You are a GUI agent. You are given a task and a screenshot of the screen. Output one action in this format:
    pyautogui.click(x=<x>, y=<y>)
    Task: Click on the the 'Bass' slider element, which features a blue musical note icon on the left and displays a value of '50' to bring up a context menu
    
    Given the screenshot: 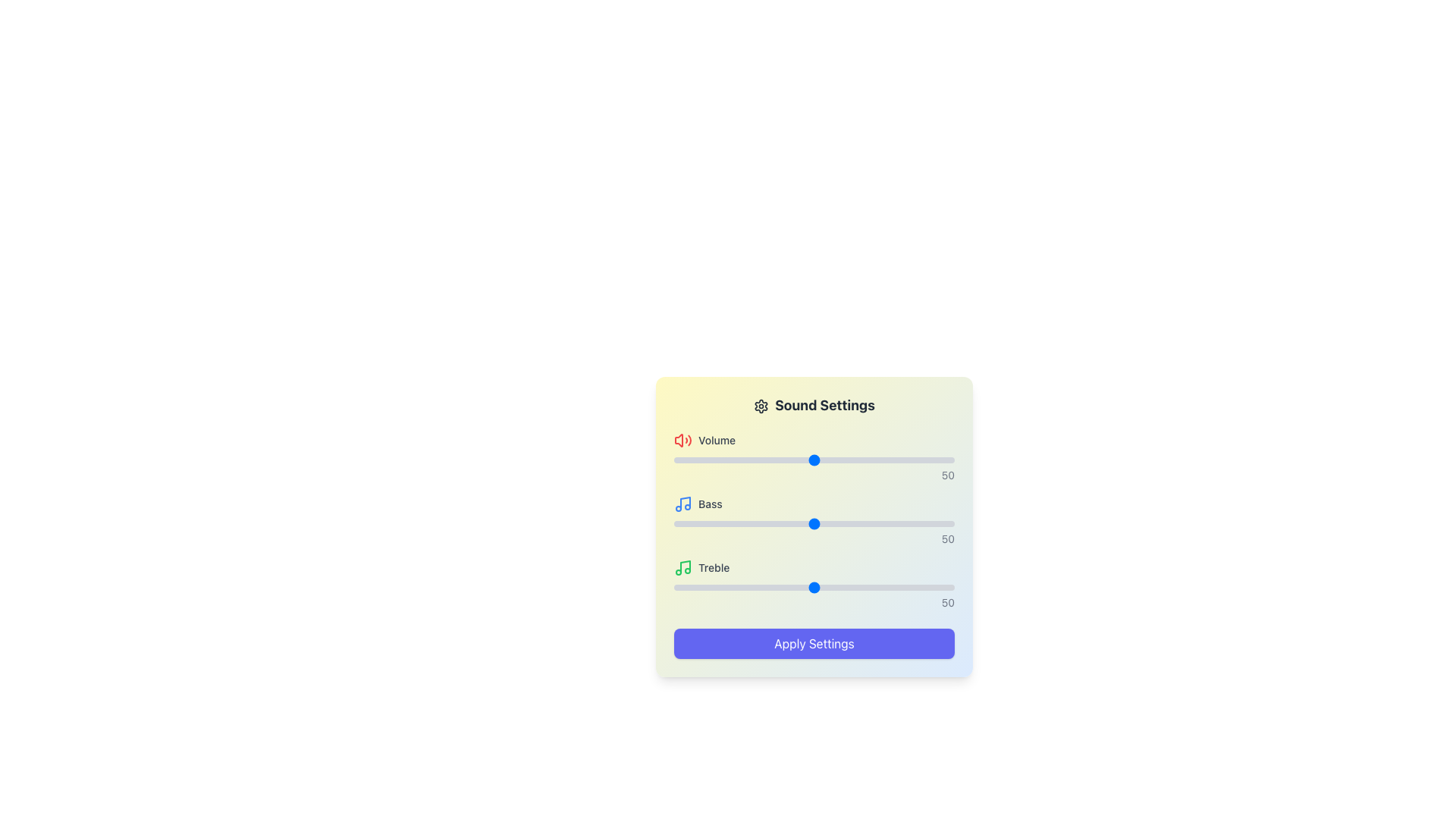 What is the action you would take?
    pyautogui.click(x=814, y=519)
    